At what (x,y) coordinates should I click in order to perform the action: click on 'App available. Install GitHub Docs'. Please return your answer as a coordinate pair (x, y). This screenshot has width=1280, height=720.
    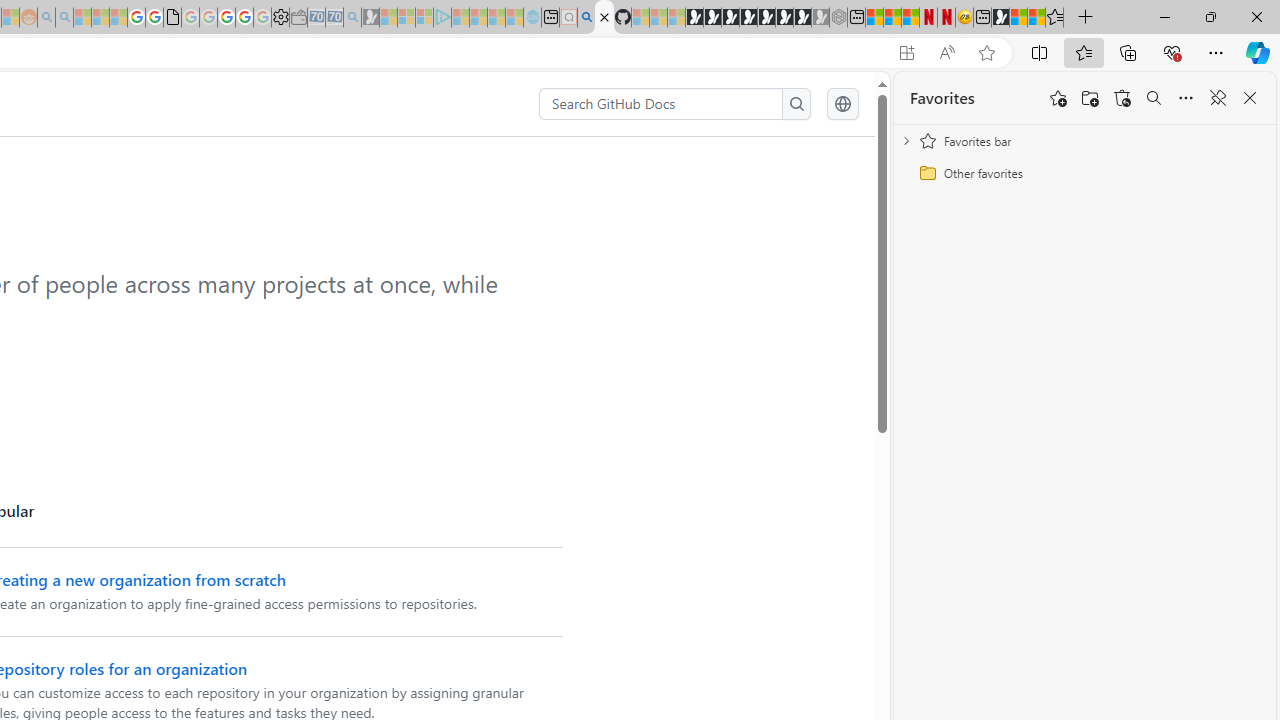
    Looking at the image, I should click on (905, 52).